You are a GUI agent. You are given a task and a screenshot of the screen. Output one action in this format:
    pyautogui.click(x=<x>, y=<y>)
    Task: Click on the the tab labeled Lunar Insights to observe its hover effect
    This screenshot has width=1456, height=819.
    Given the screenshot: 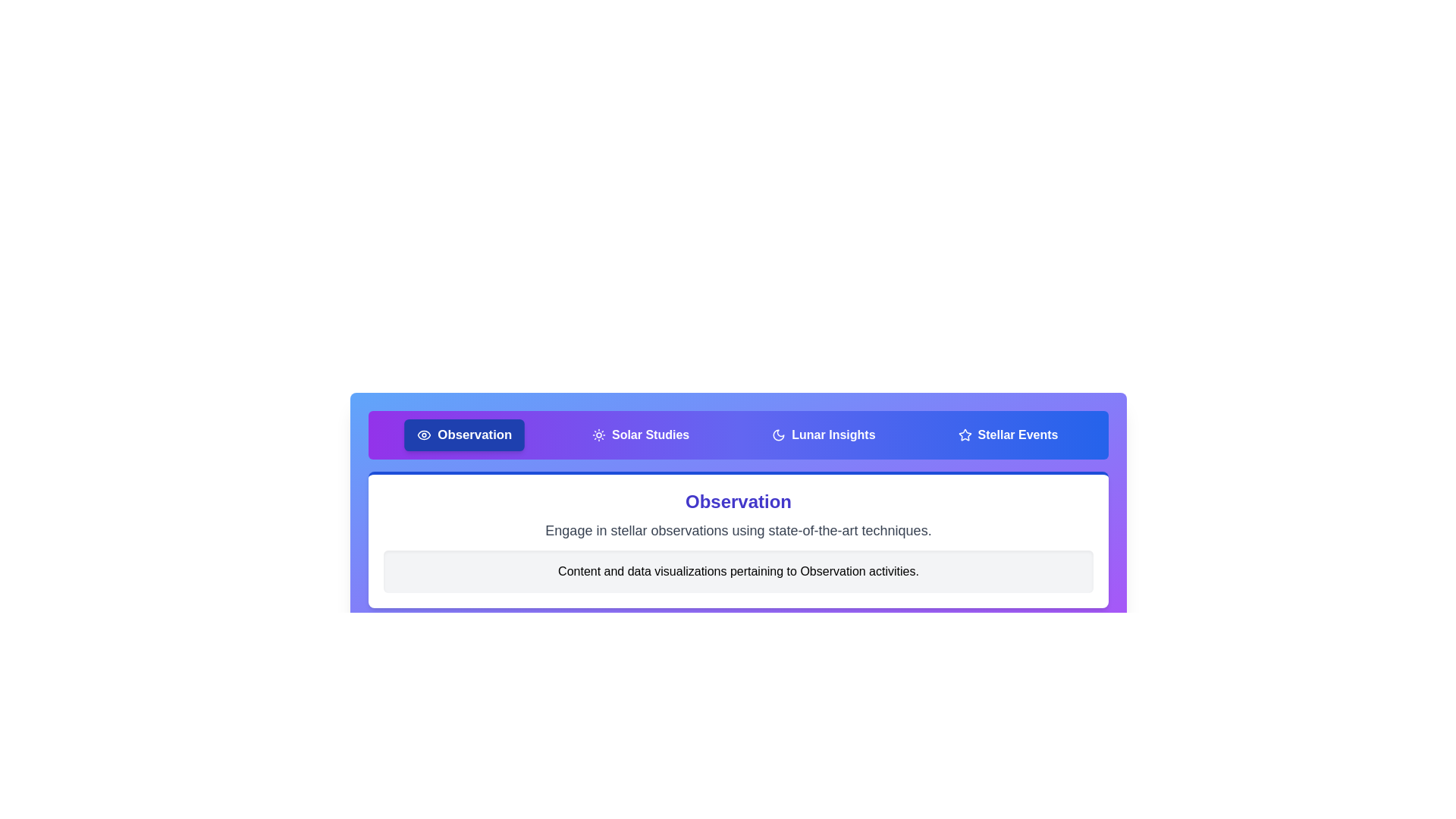 What is the action you would take?
    pyautogui.click(x=823, y=435)
    